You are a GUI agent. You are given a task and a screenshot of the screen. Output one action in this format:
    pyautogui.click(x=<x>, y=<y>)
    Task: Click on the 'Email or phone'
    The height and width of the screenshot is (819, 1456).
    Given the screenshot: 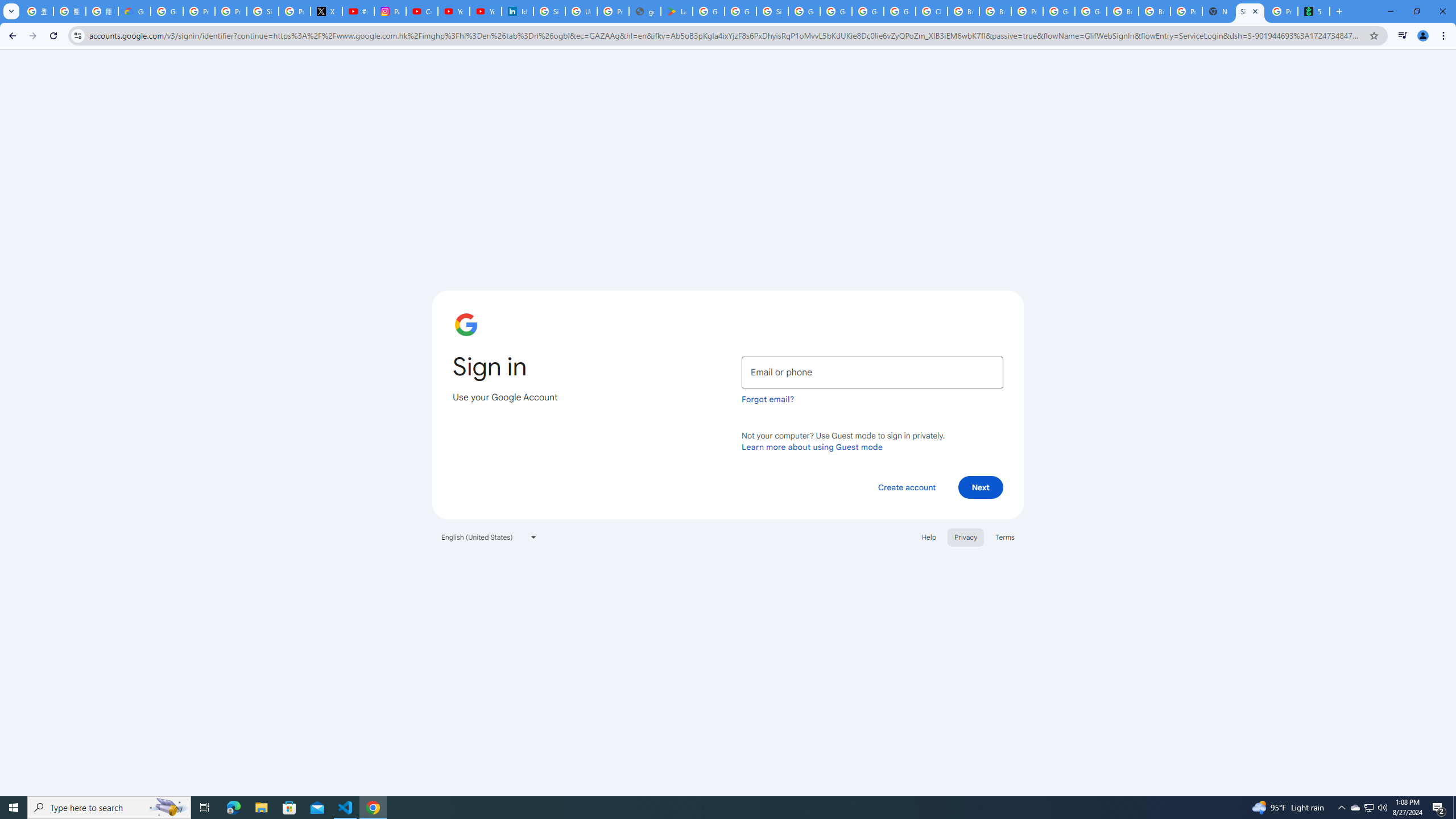 What is the action you would take?
    pyautogui.click(x=872, y=372)
    